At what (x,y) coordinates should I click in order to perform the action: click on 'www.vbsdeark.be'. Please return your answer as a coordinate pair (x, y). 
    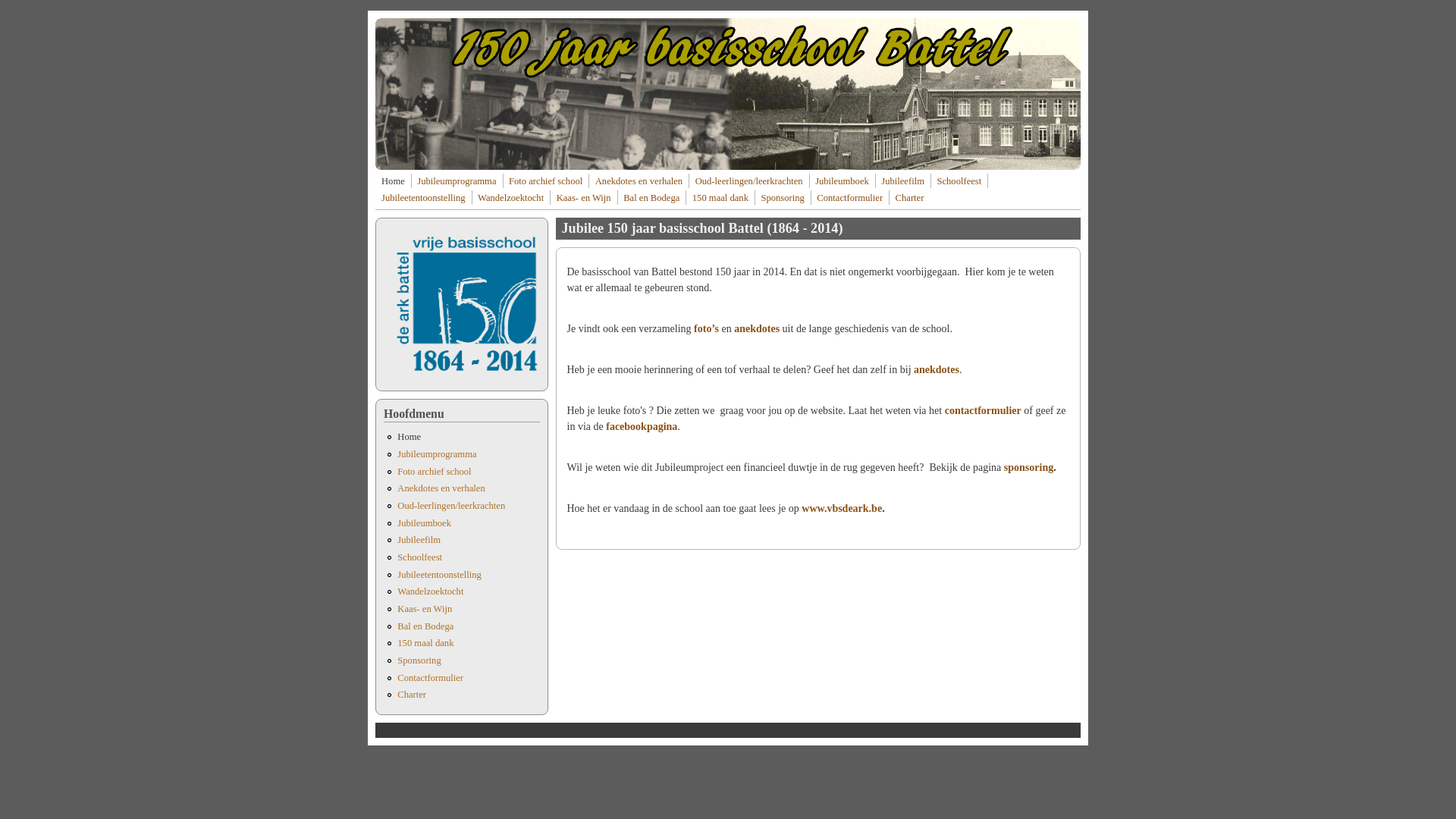
    Looking at the image, I should click on (800, 508).